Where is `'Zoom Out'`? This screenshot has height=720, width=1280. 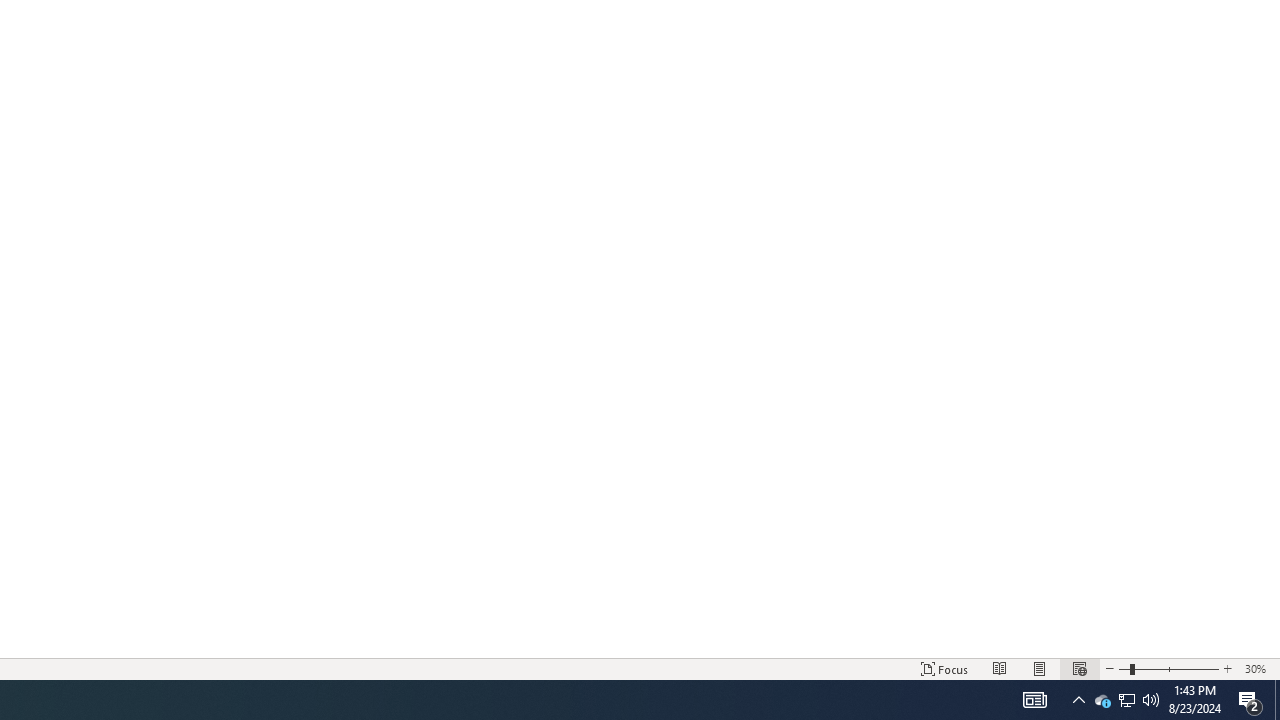 'Zoom Out' is located at coordinates (1124, 669).